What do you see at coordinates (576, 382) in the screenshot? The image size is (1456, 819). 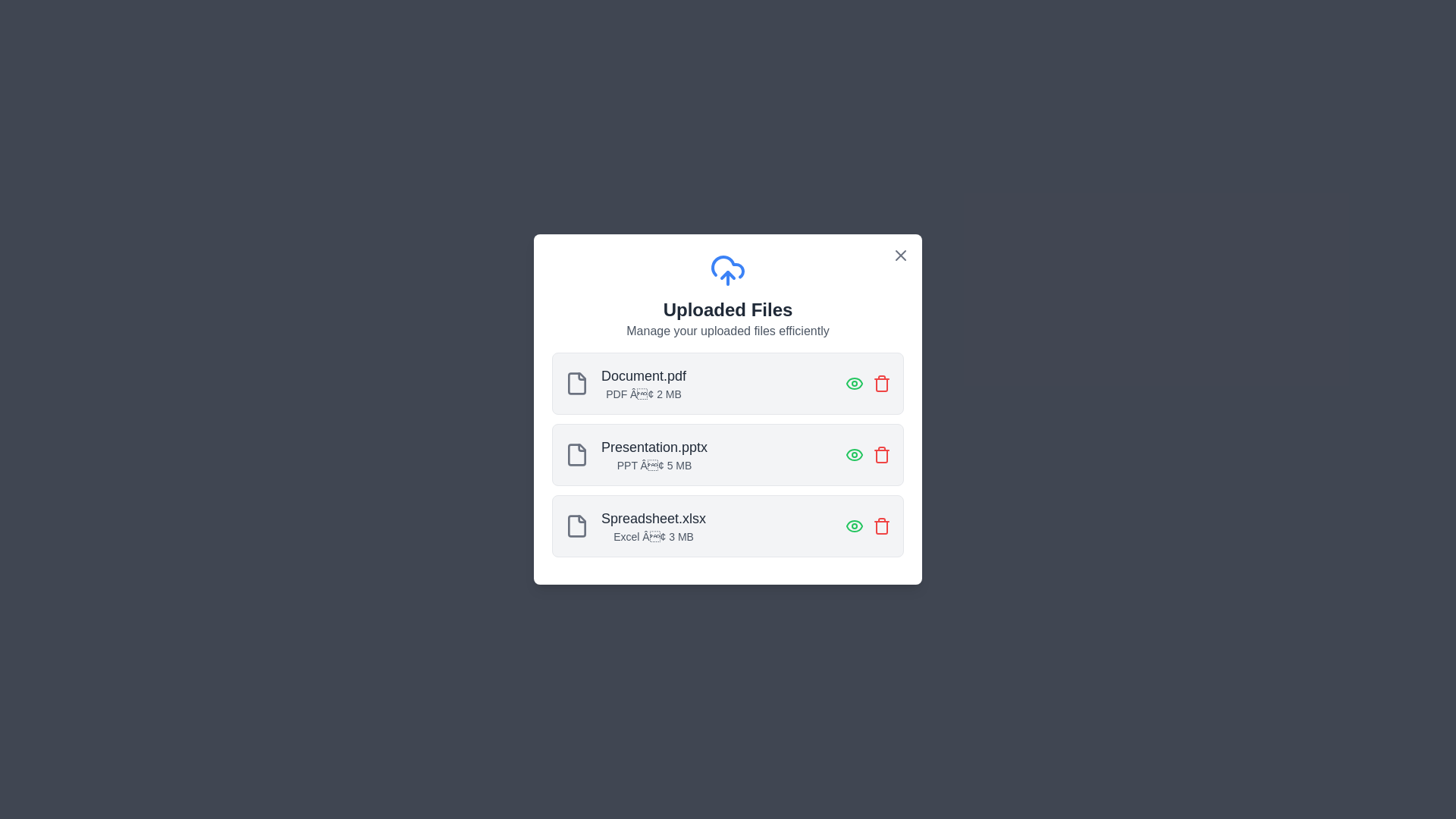 I see `the document icon representing 'Document.pdf' in the uploaded files list, located to the left of the file name and above its size` at bounding box center [576, 382].